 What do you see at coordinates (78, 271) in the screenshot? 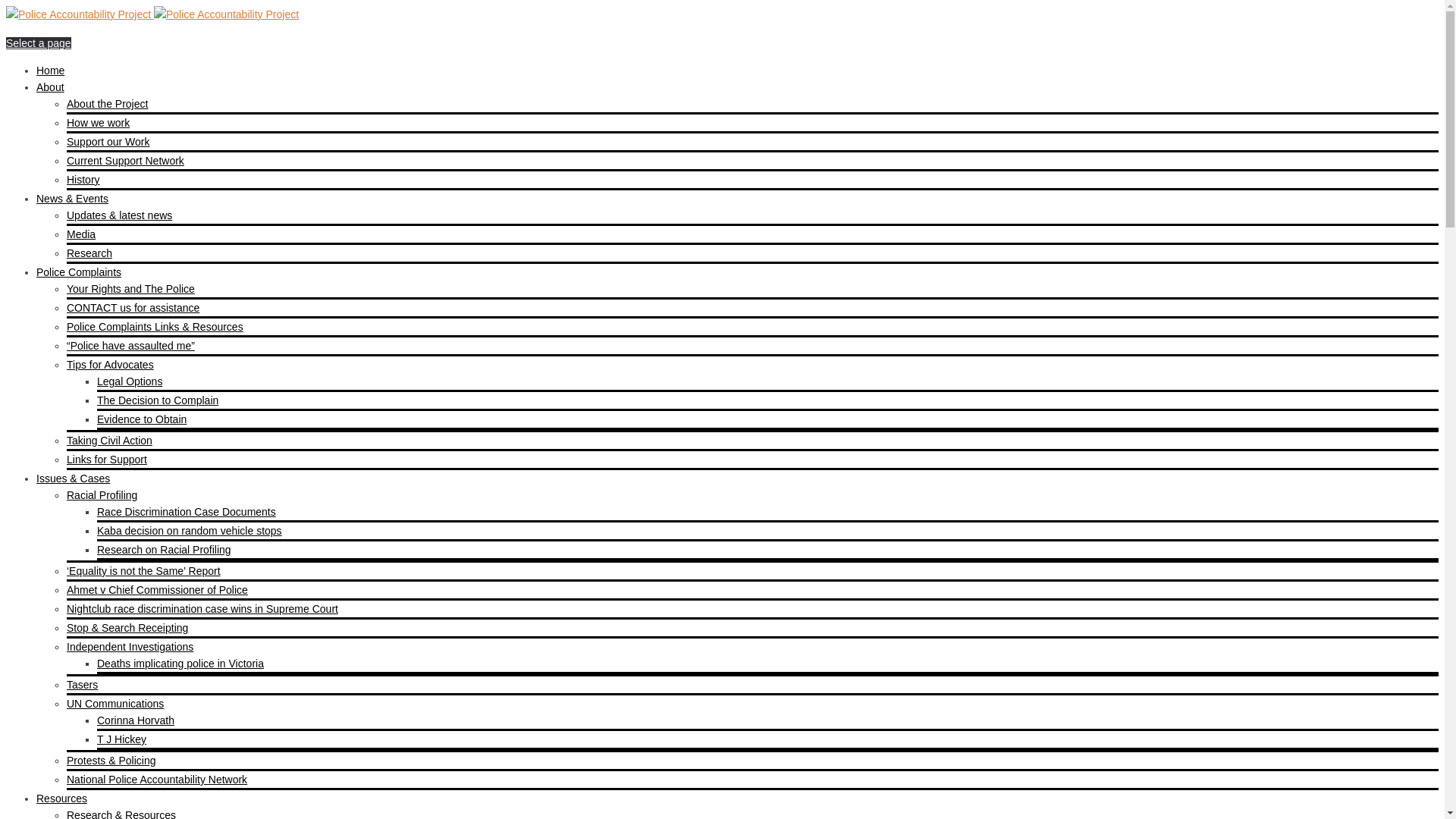
I see `'Police Complaints'` at bounding box center [78, 271].